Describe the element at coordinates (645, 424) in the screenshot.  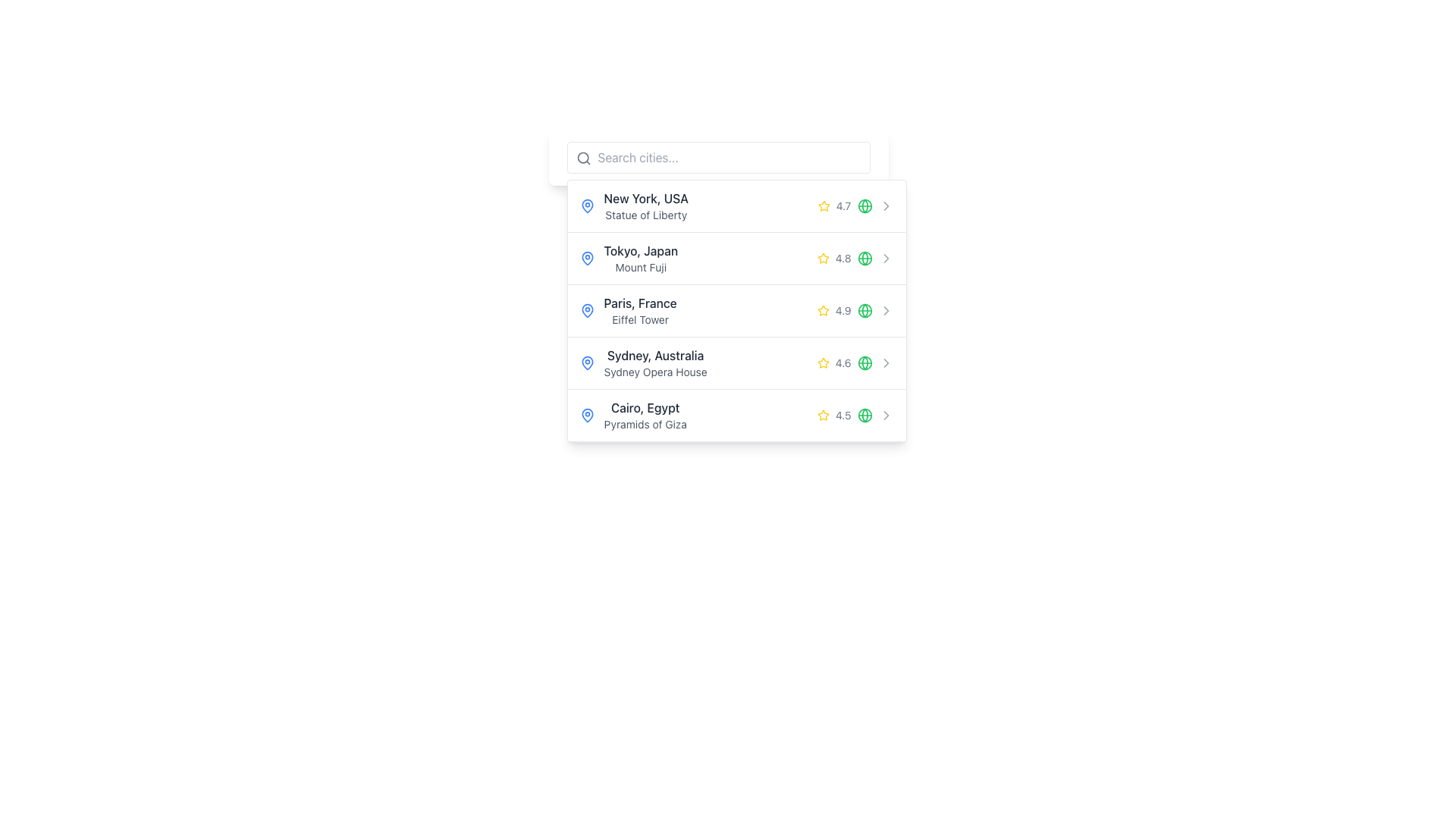
I see `the static text label providing additional details about 'Cairo, Egypt,' which is positioned directly below the entry for 'Cairo, Egypt.'` at that location.